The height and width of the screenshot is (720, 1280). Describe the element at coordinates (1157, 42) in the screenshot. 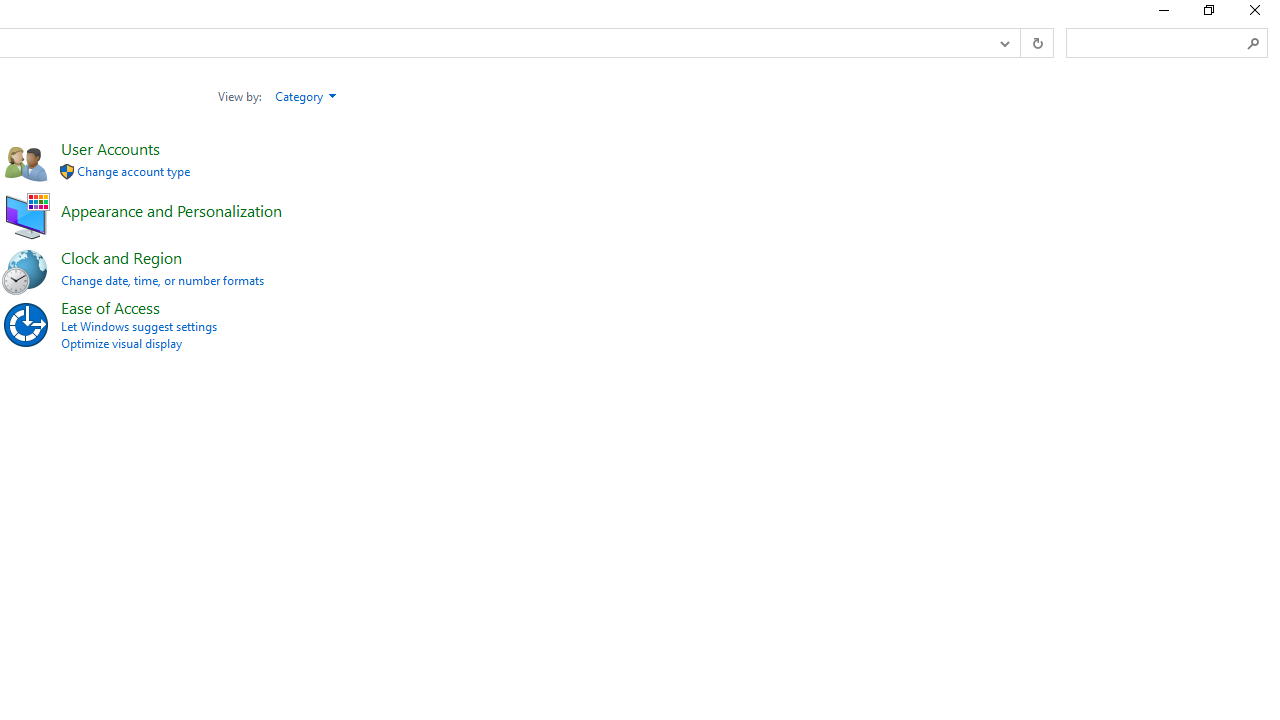

I see `'Search Box'` at that location.